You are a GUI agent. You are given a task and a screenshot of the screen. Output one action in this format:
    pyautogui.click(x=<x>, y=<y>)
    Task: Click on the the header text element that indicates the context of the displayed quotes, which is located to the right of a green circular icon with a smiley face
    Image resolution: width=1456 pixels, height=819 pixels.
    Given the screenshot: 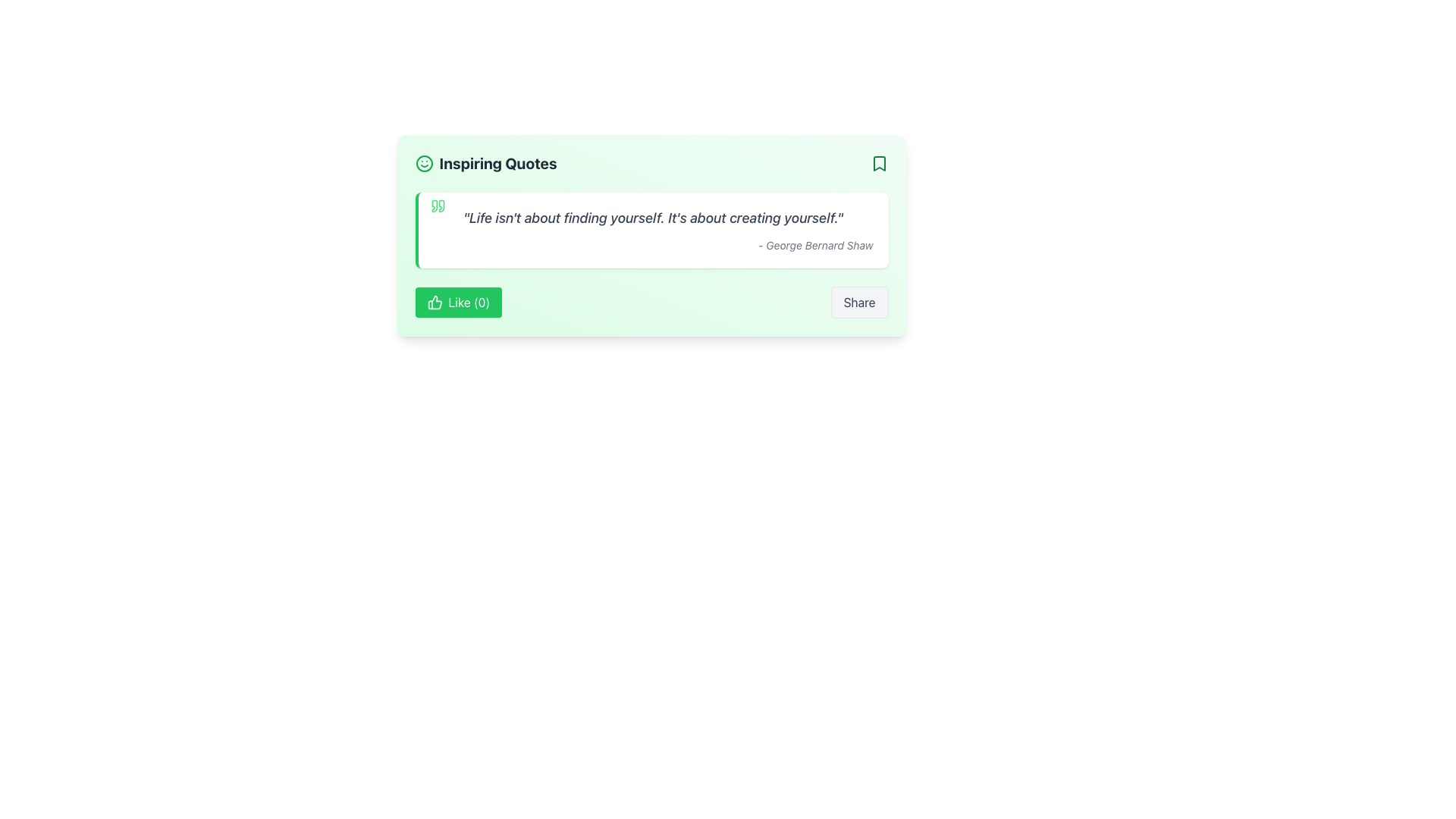 What is the action you would take?
    pyautogui.click(x=498, y=164)
    